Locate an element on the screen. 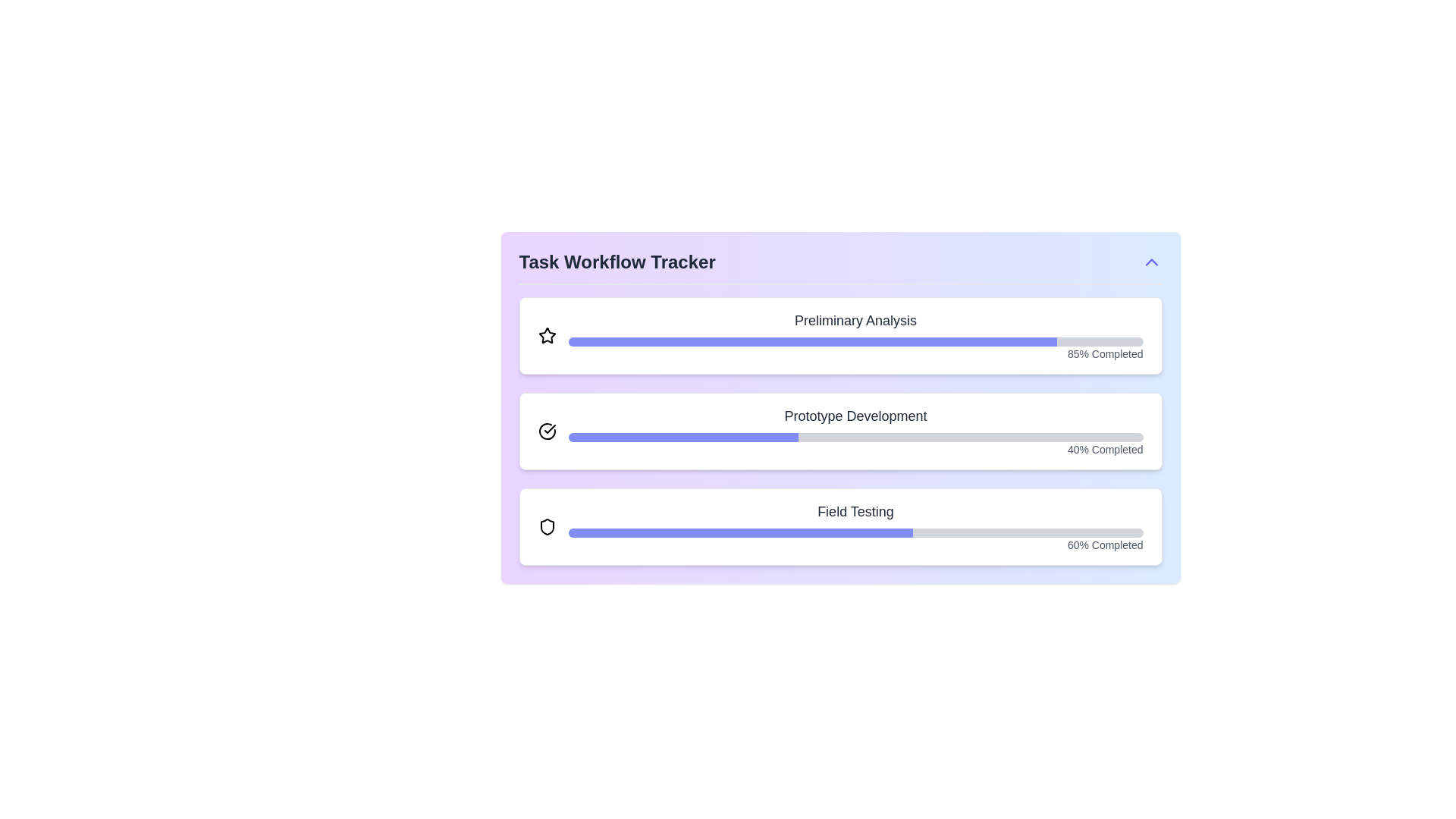 Image resolution: width=1456 pixels, height=819 pixels. the horizontal progress bar with a rounded gray background and an indigo fill indicating 85% completion, located under the 'Preliminary Analysis' section is located at coordinates (855, 342).